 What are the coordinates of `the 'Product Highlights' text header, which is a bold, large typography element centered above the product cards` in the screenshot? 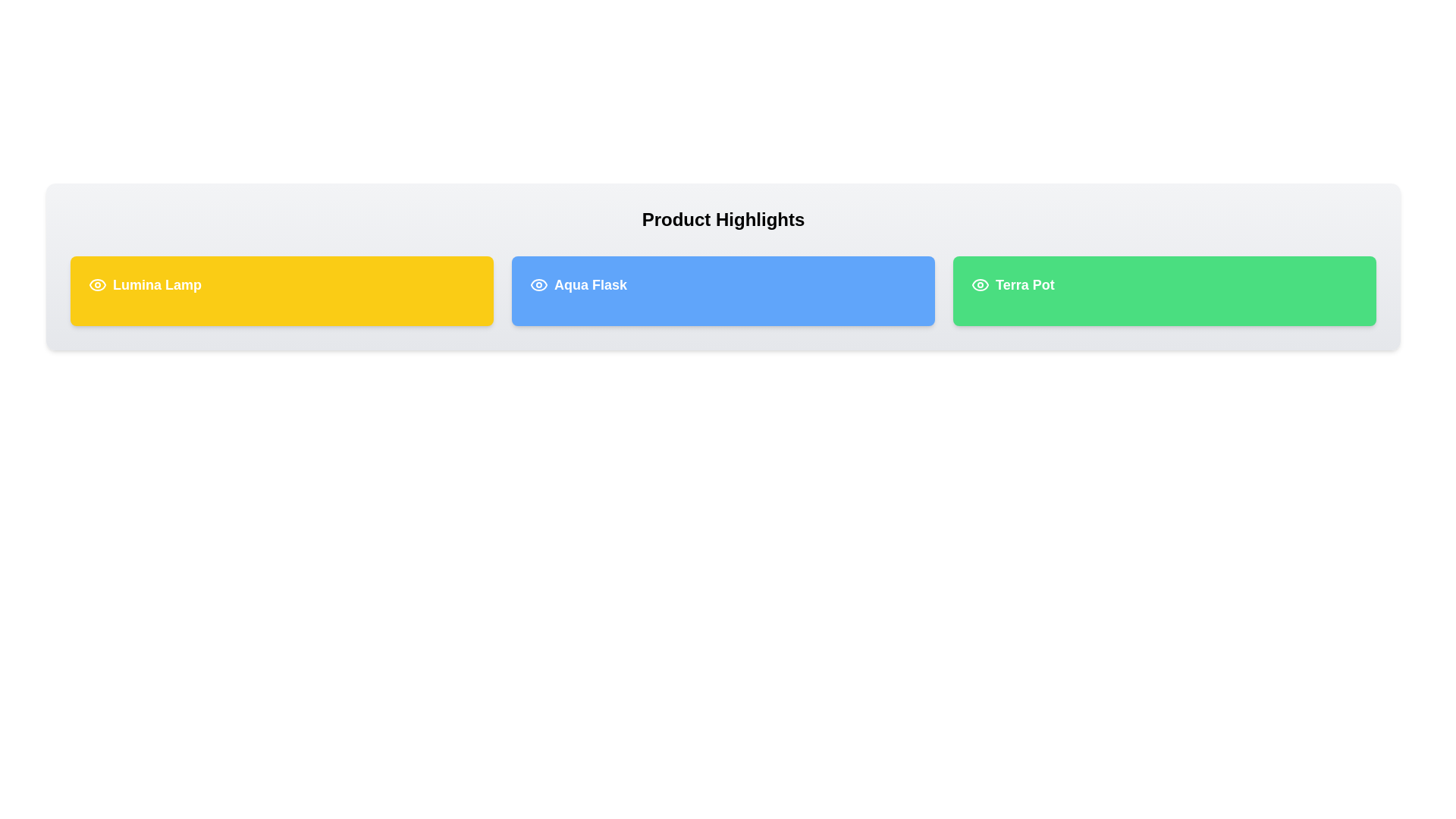 It's located at (723, 219).